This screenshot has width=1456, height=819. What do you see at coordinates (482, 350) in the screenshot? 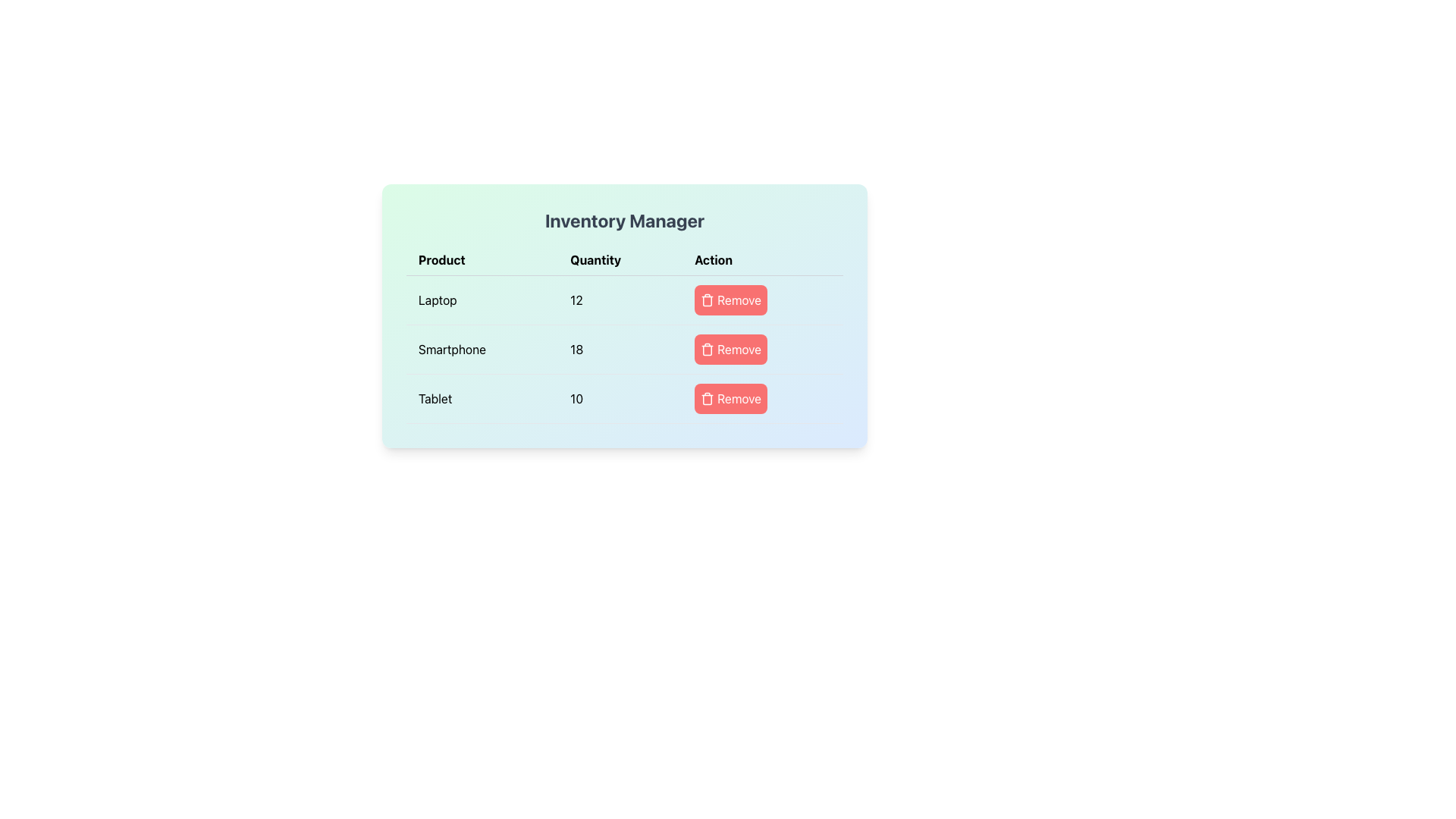
I see `the text label displaying 'Smartphone' located in the first column under the 'Product' heading in the grid layout` at bounding box center [482, 350].